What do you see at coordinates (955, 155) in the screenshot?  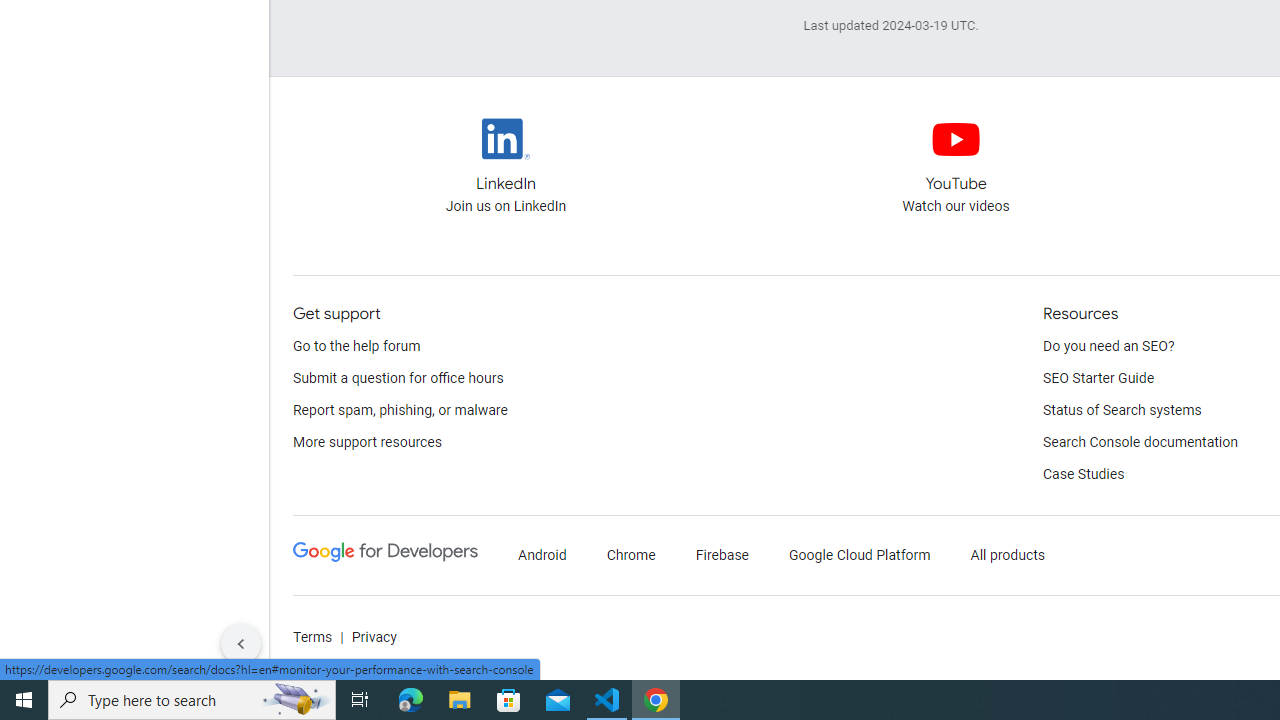 I see `'Google Search Central YouTube channel'` at bounding box center [955, 155].